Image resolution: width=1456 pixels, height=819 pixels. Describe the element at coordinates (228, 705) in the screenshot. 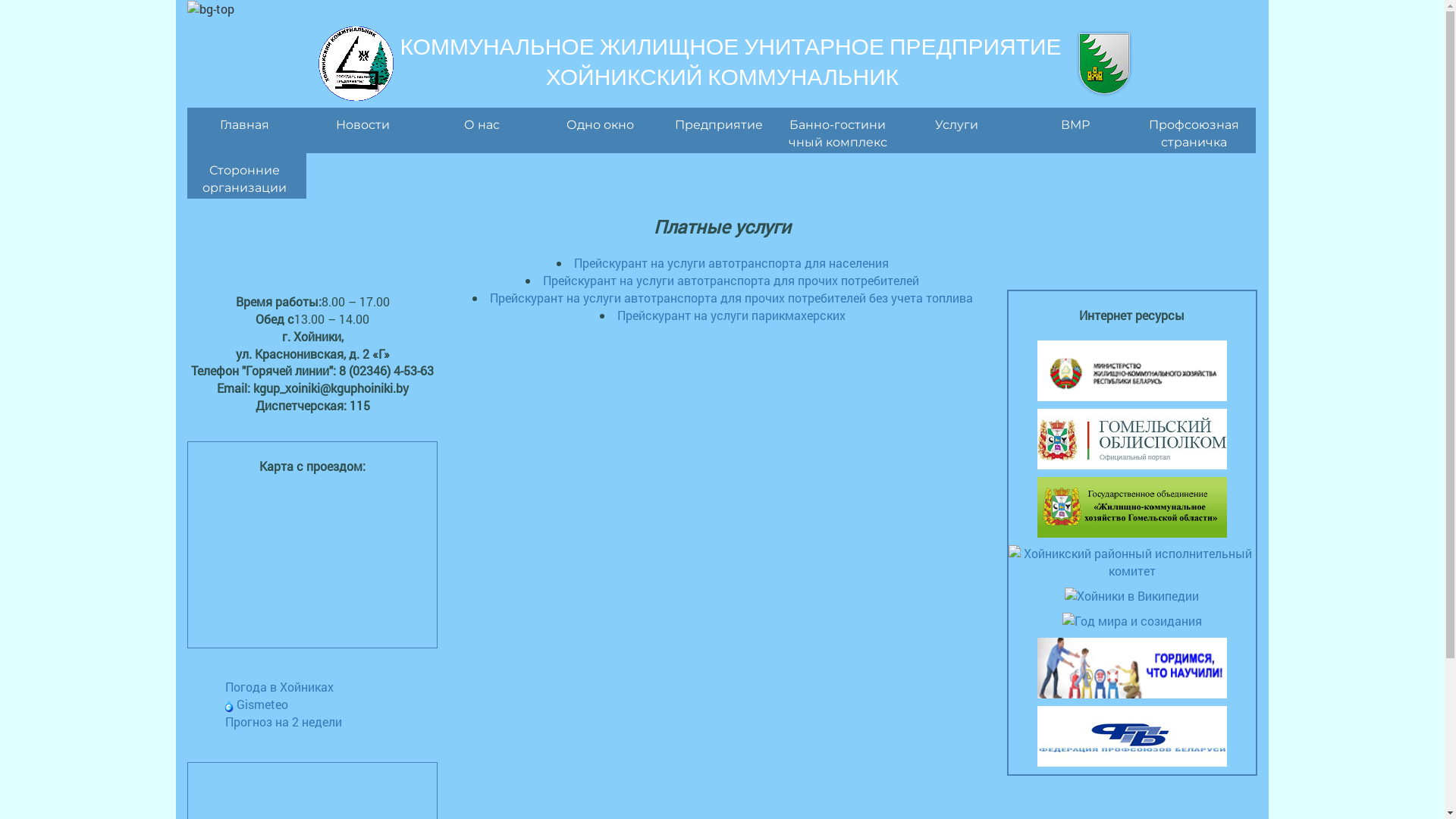

I see `'Gismeteo'` at that location.